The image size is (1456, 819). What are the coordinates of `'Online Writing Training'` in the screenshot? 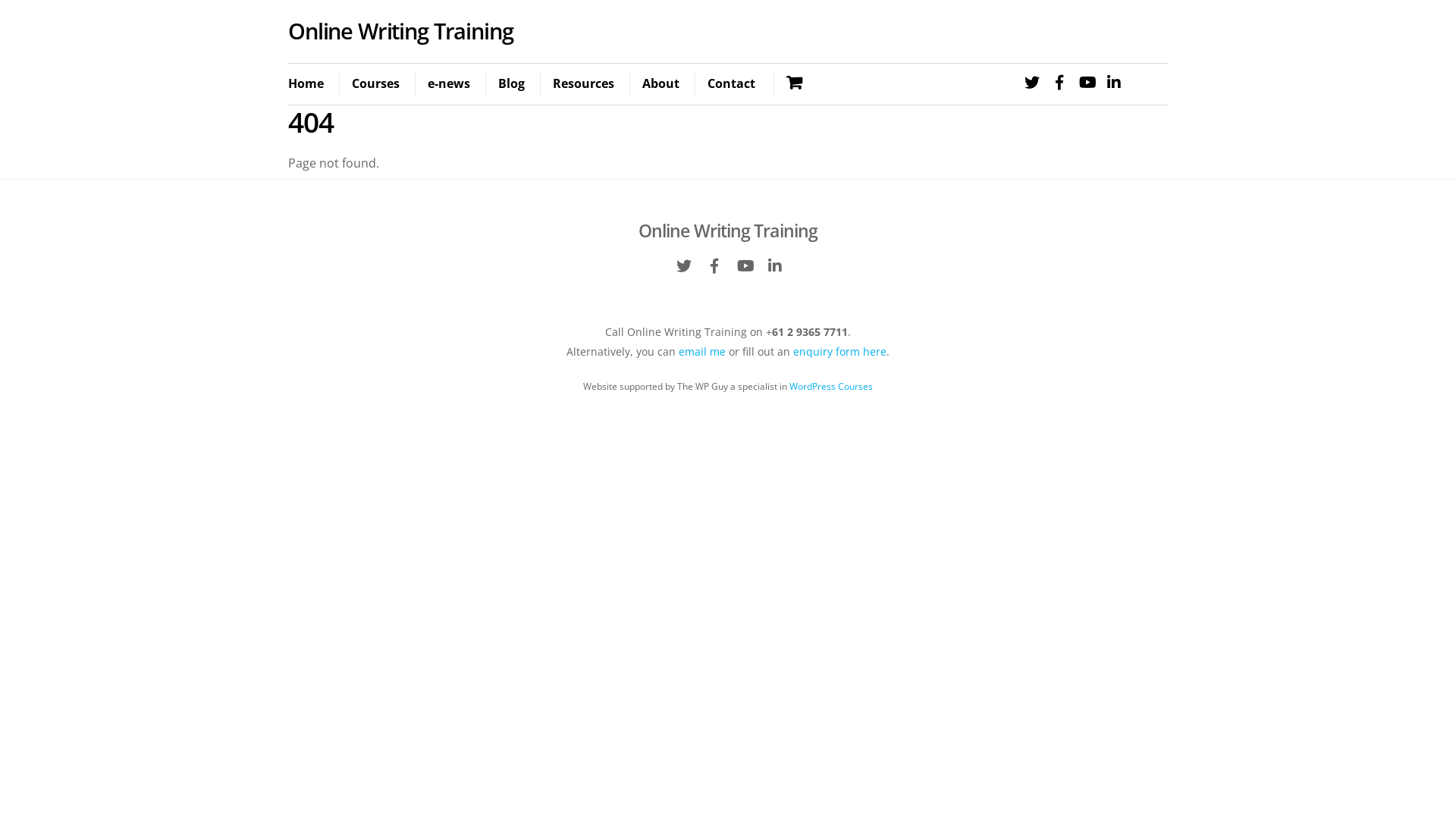 It's located at (728, 231).